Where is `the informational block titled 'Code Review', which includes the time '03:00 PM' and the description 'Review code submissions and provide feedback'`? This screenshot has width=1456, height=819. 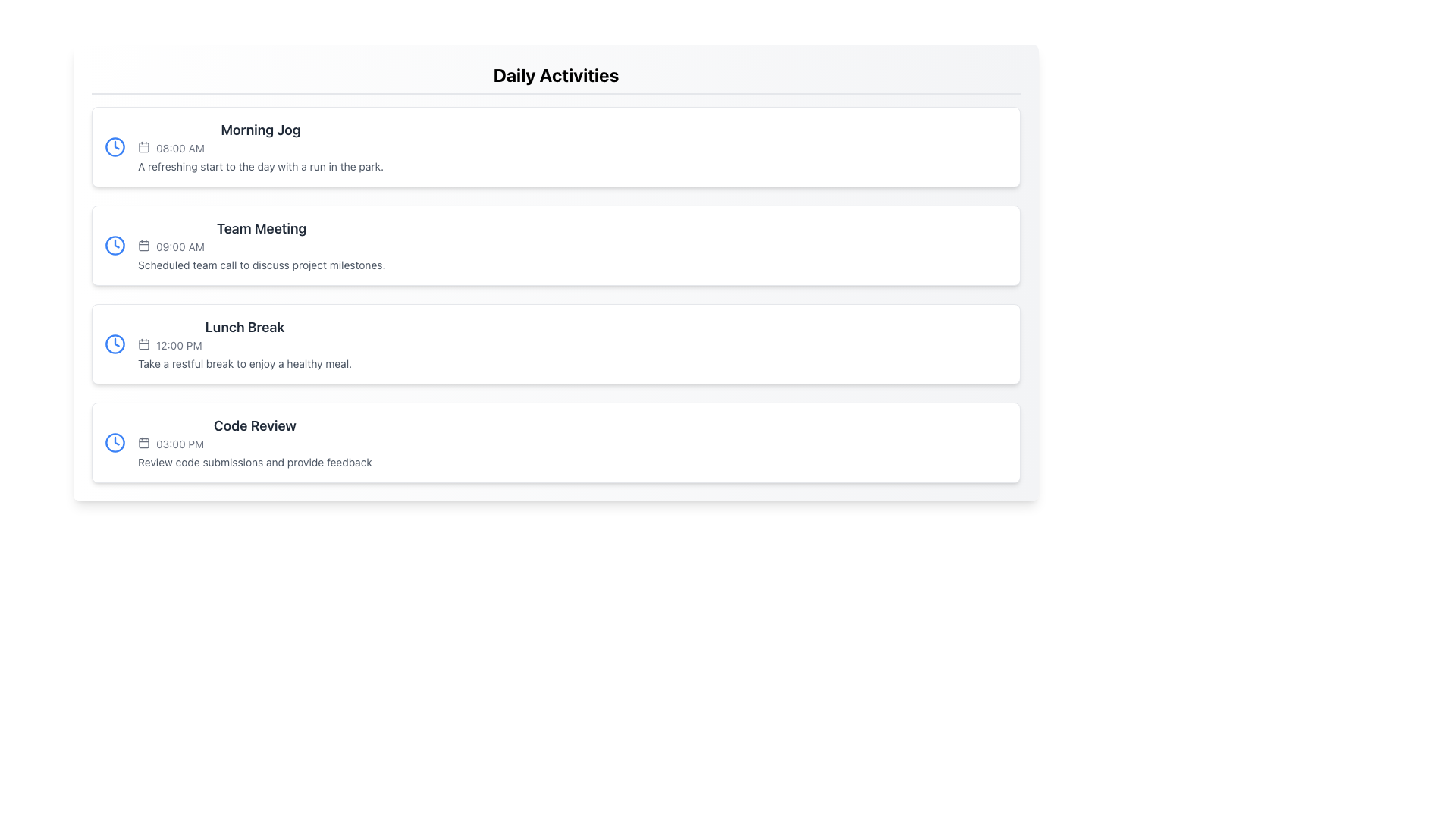 the informational block titled 'Code Review', which includes the time '03:00 PM' and the description 'Review code submissions and provide feedback' is located at coordinates (255, 442).